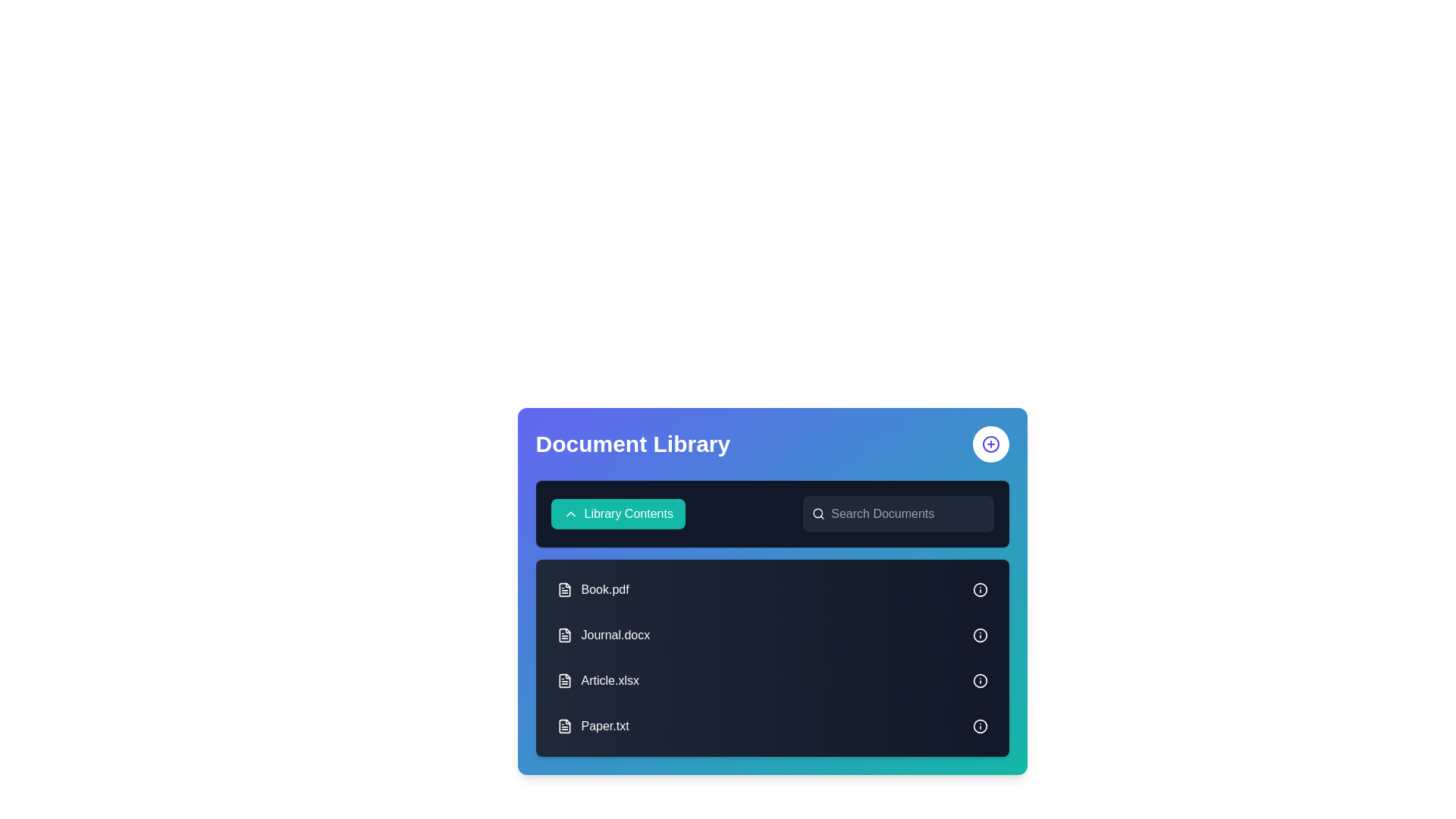  What do you see at coordinates (980, 635) in the screenshot?
I see `the information icon located at the far right end of the second row under the 'Document Library' heading` at bounding box center [980, 635].